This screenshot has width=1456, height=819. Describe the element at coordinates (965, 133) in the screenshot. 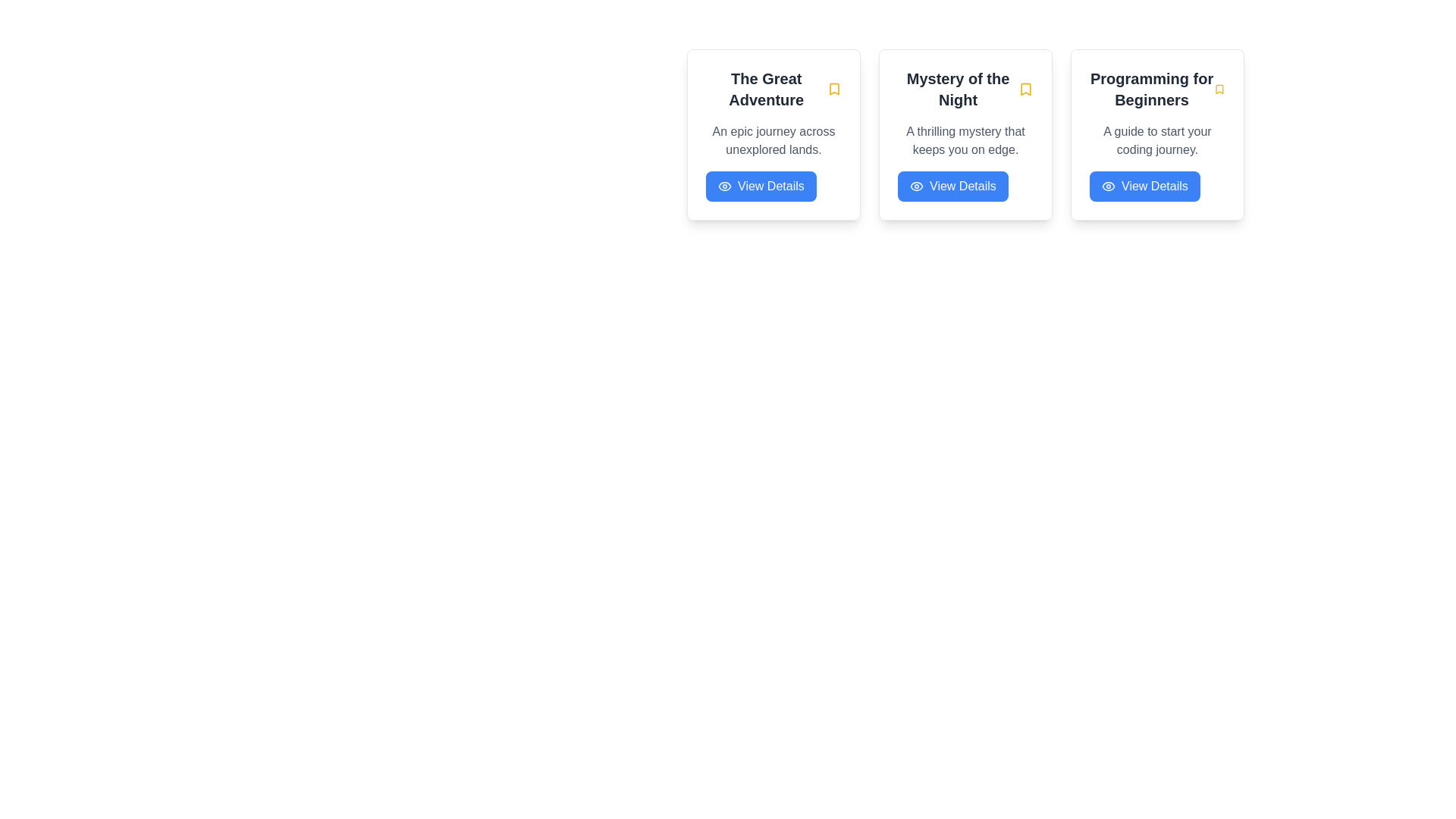

I see `the second card in the grid that has a white background, rounded corners, and a blue button labeled 'View Details'` at that location.